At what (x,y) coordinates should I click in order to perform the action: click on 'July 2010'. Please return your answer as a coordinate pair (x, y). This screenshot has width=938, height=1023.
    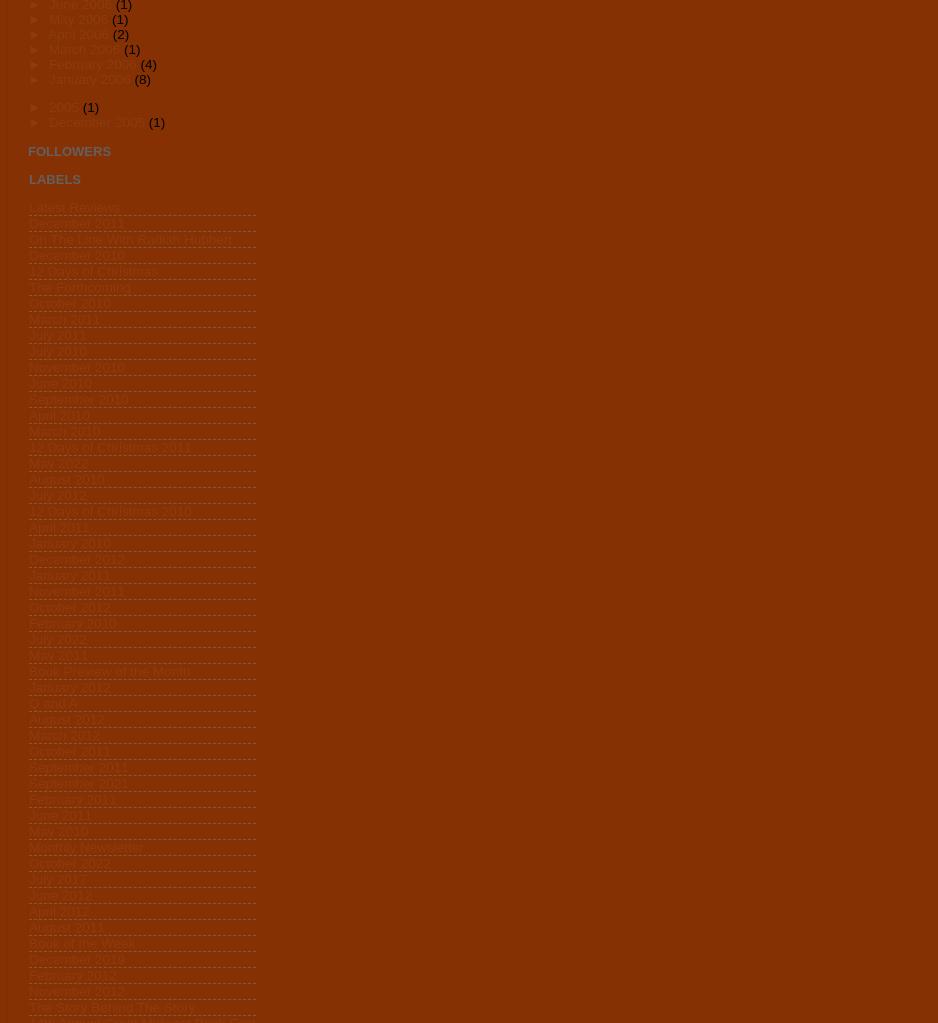
    Looking at the image, I should click on (56, 351).